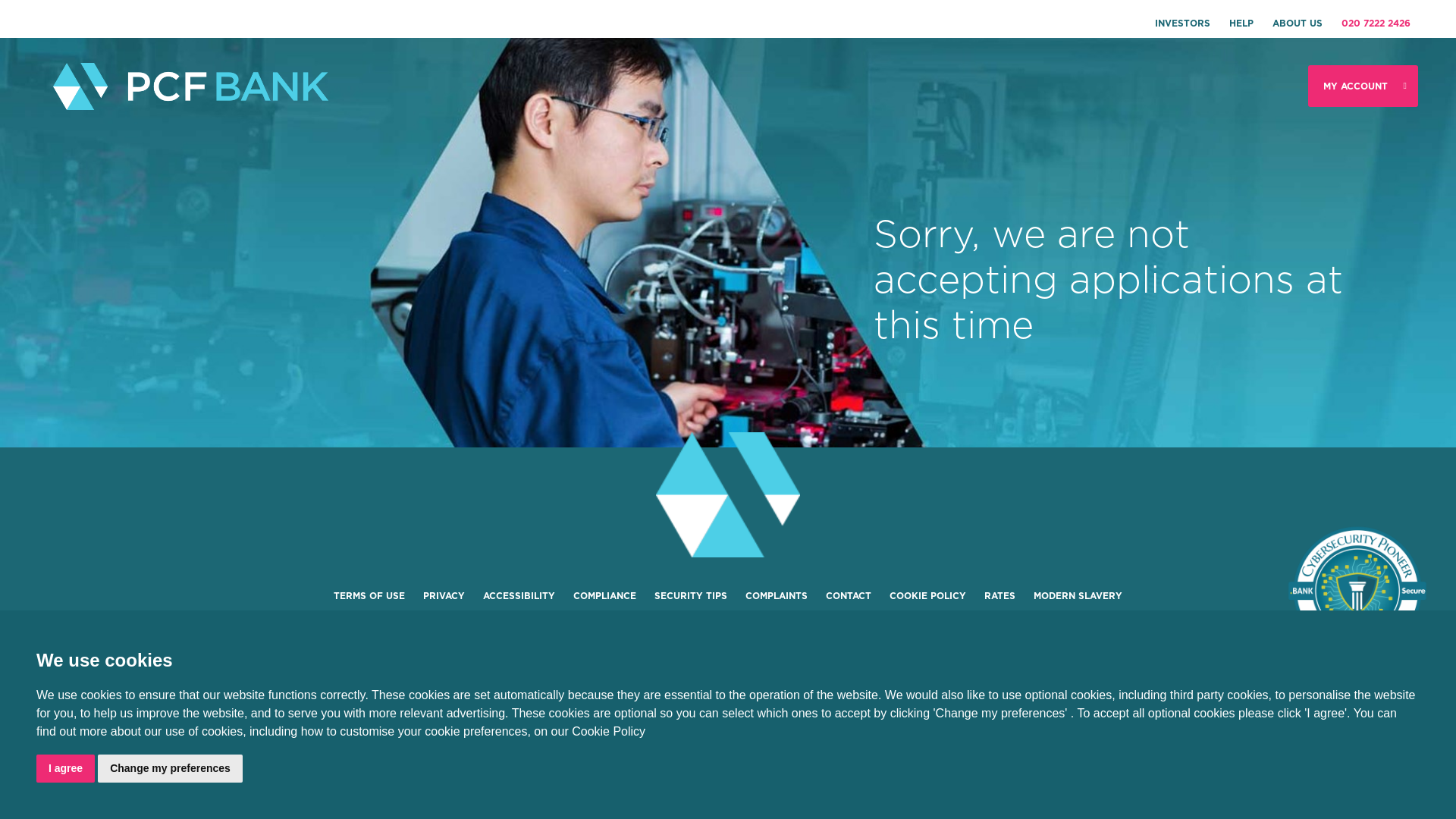 This screenshot has width=1456, height=819. Describe the element at coordinates (570, 731) in the screenshot. I see `'Cookie Policy'` at that location.